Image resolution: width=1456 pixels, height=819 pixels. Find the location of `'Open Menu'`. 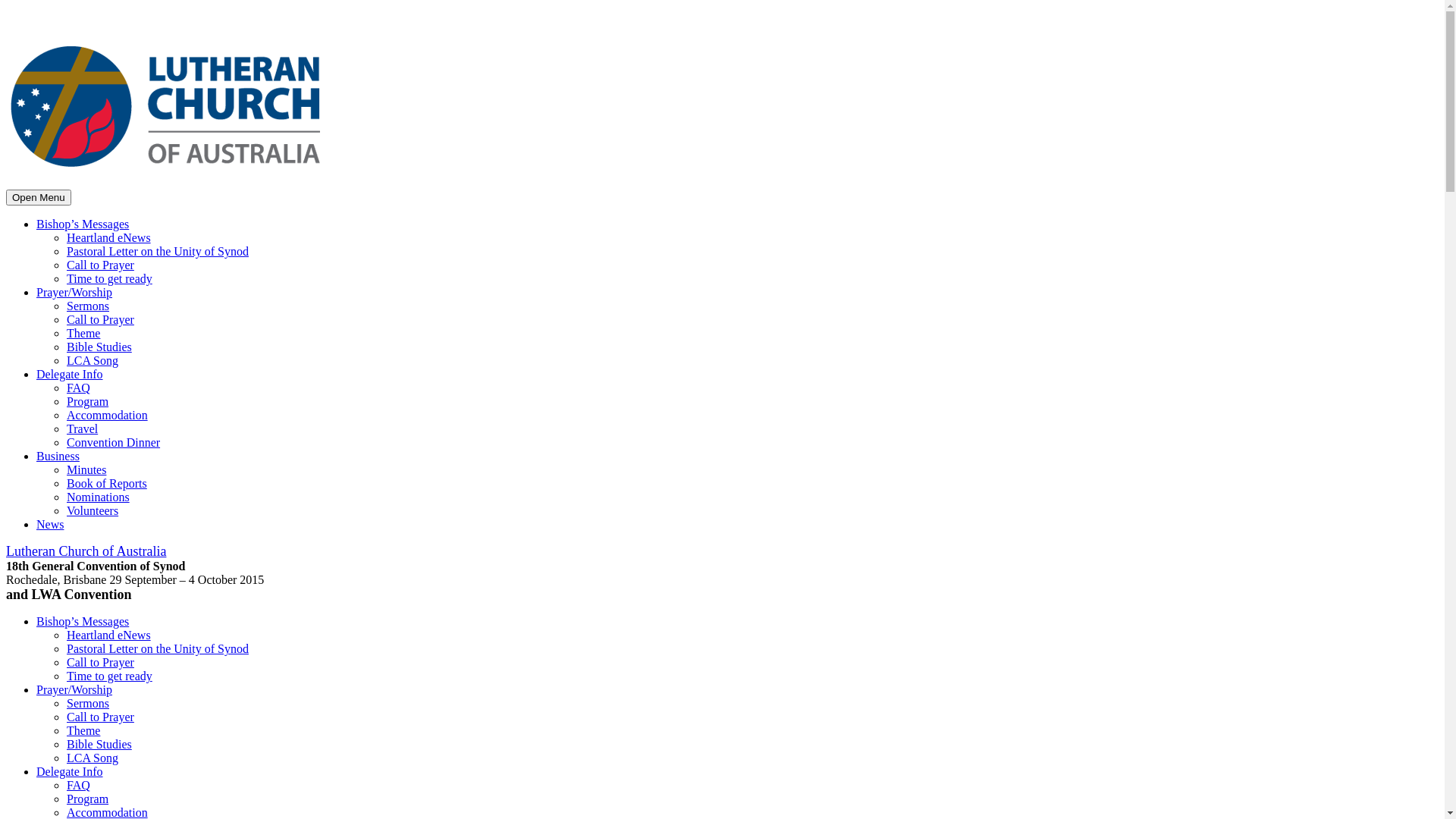

'Open Menu' is located at coordinates (6, 196).